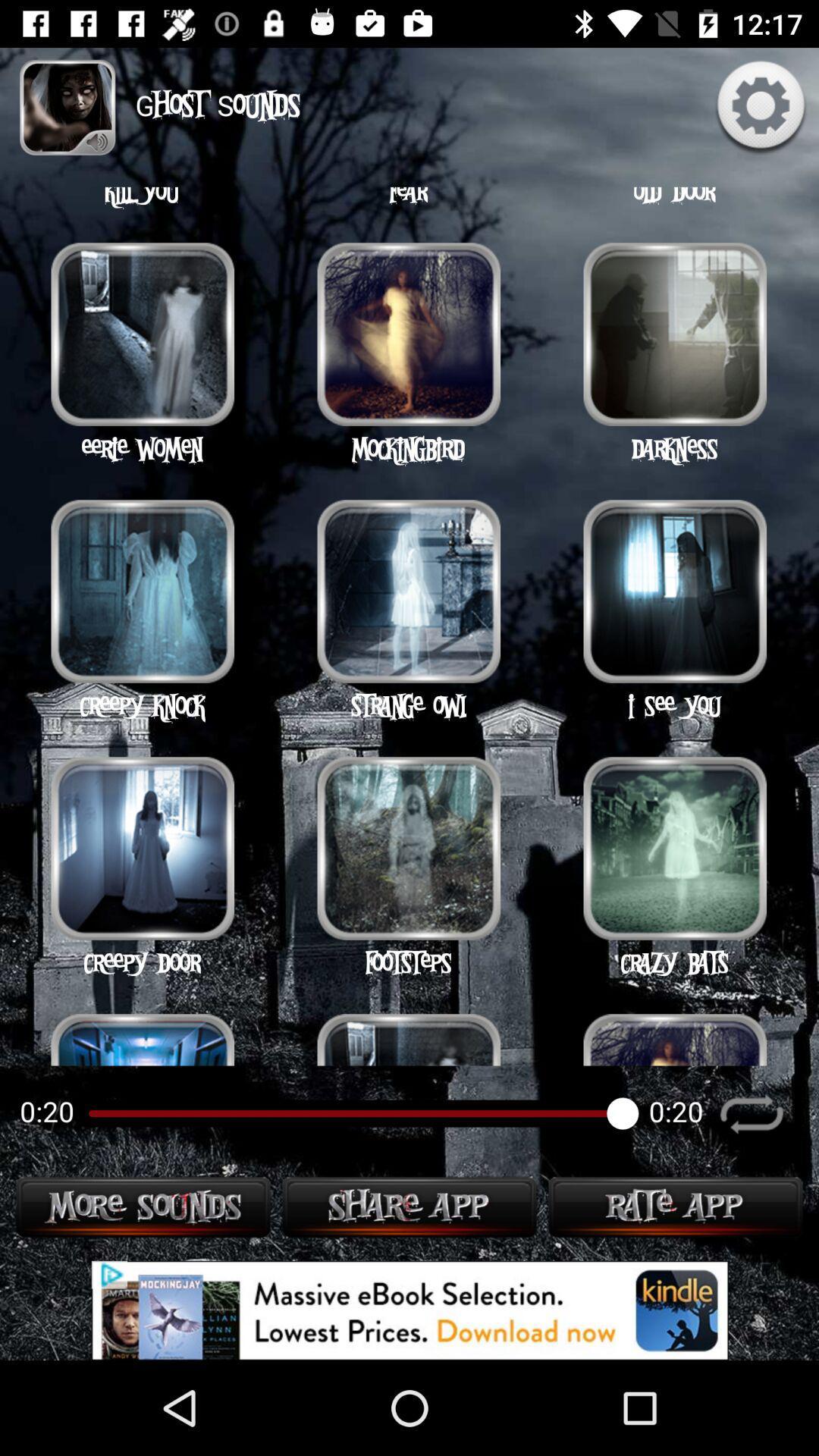 This screenshot has width=819, height=1456. What do you see at coordinates (409, 1310) in the screenshot?
I see `advertisement` at bounding box center [409, 1310].